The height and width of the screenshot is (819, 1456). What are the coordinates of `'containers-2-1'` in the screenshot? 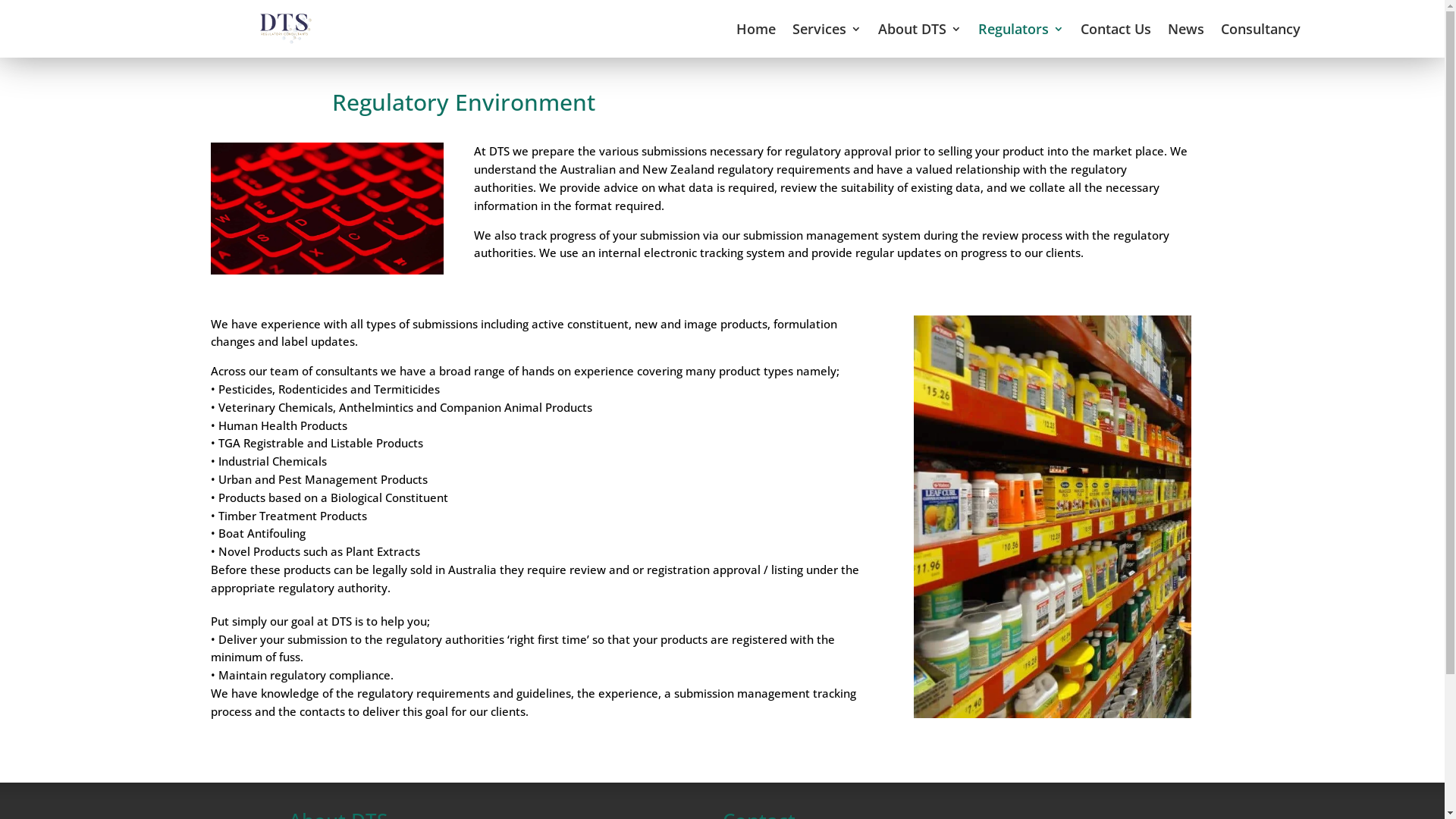 It's located at (1051, 516).